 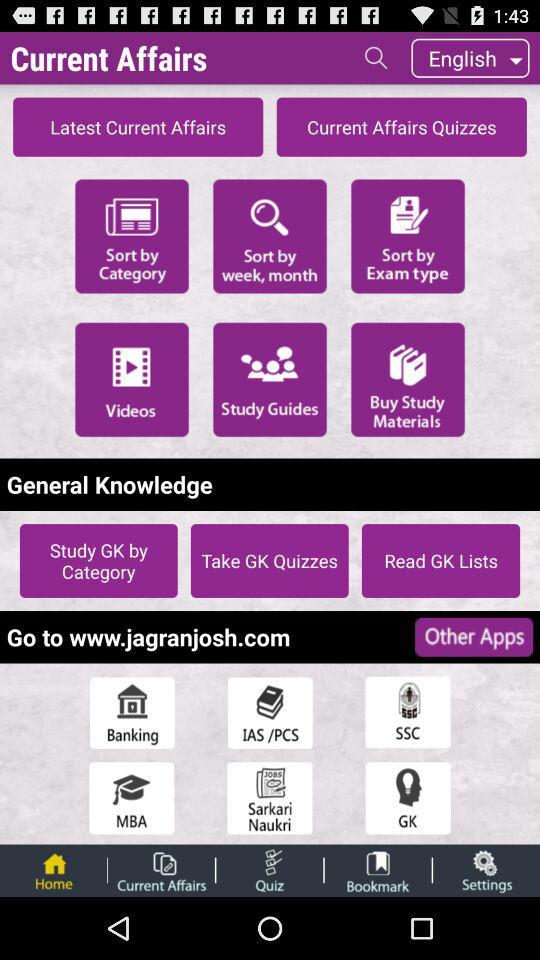 What do you see at coordinates (473, 636) in the screenshot?
I see `find other apps` at bounding box center [473, 636].